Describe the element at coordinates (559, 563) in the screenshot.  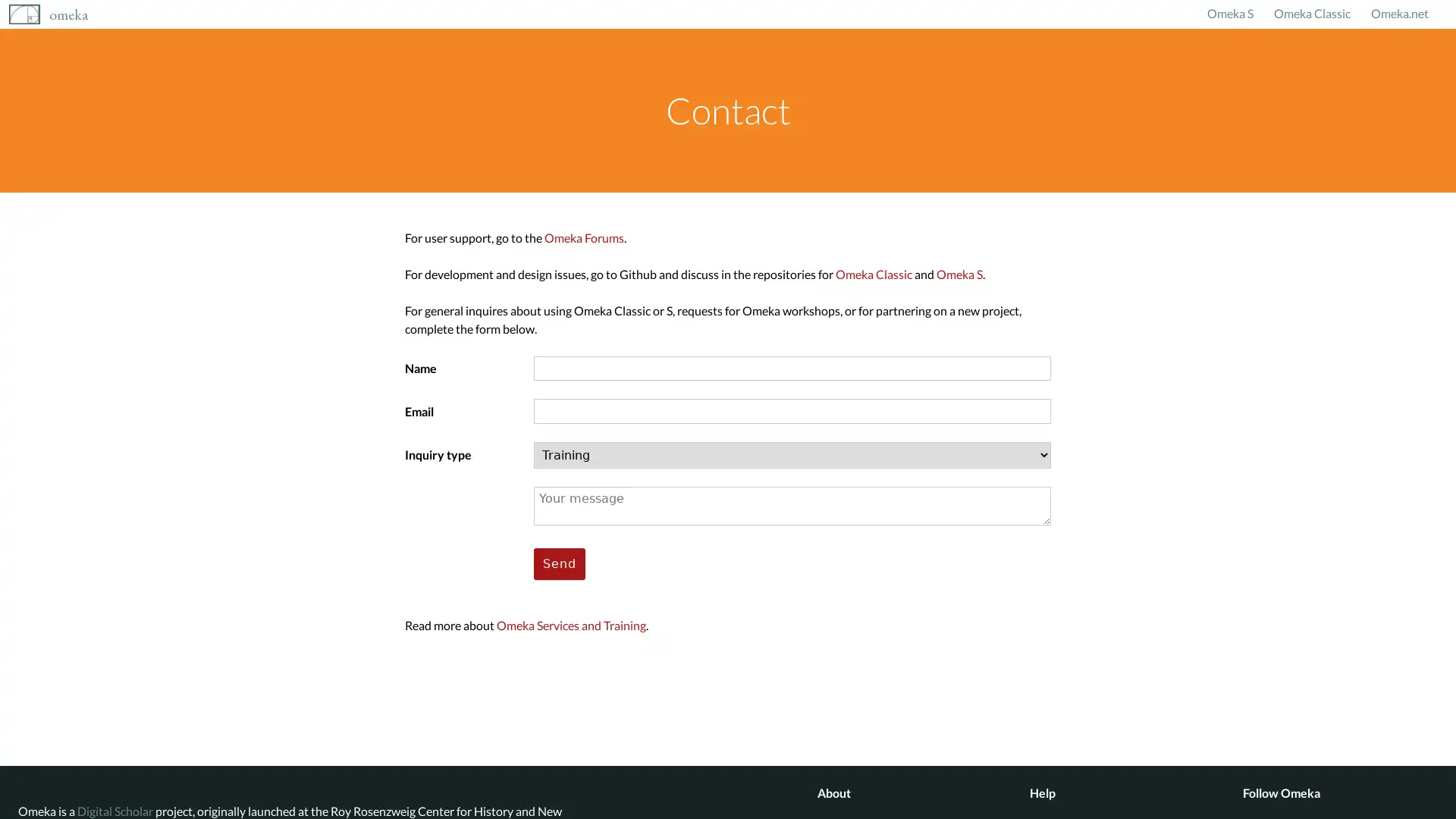
I see `Send` at that location.